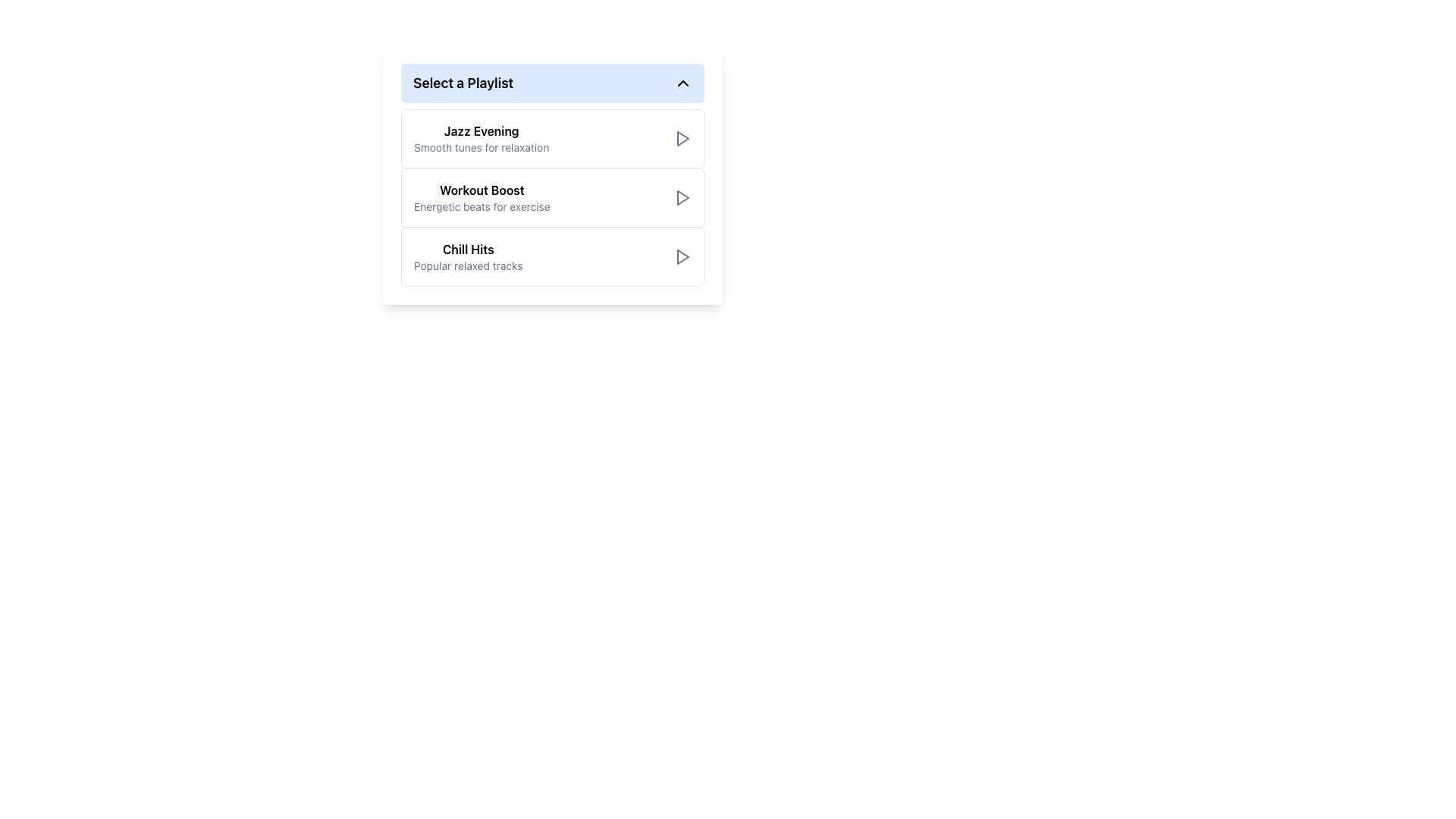 The height and width of the screenshot is (819, 1456). What do you see at coordinates (682, 138) in the screenshot?
I see `the triangular play icon located at the far right of the 'Jazz Evening' playlist item` at bounding box center [682, 138].